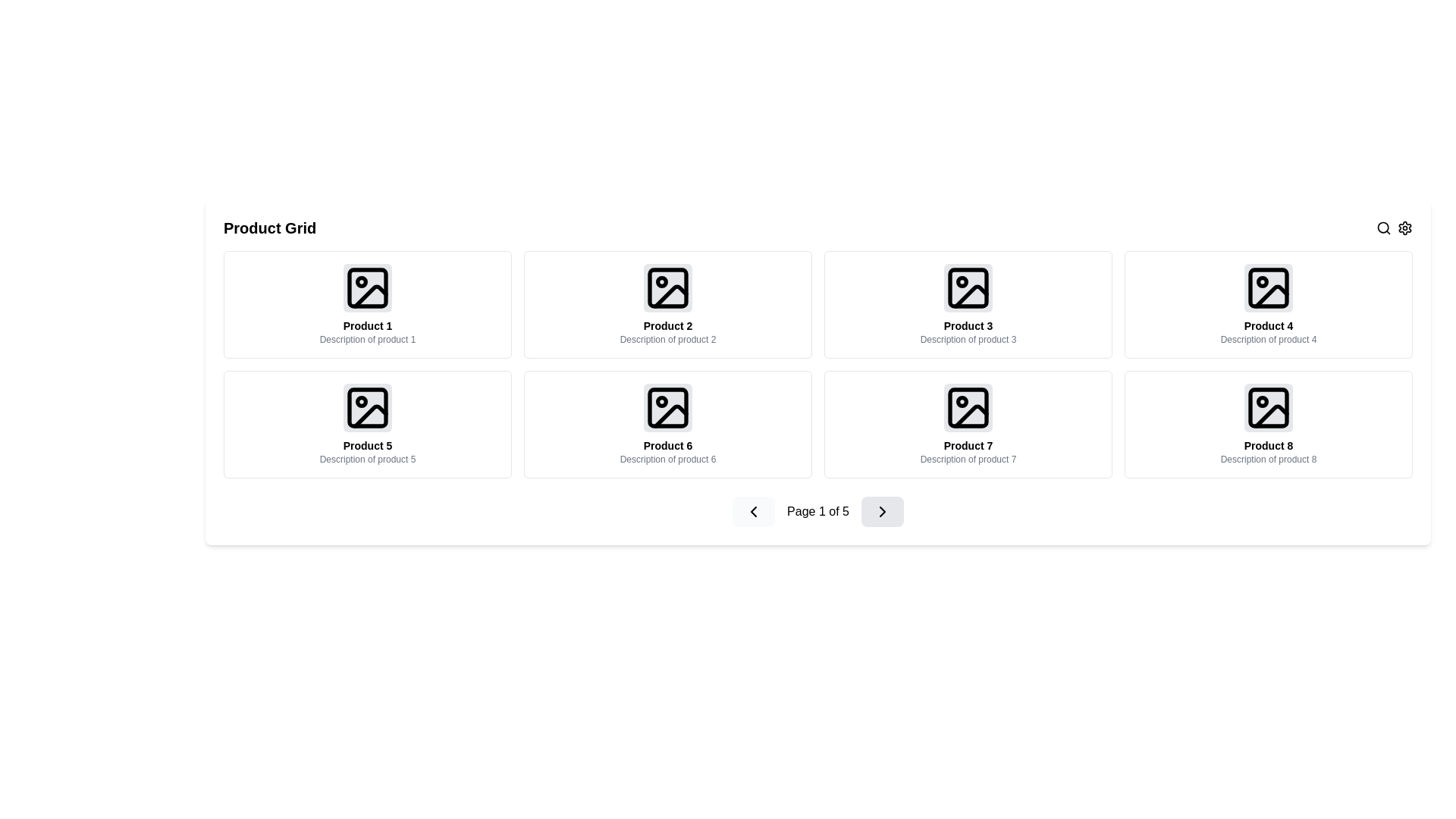 The image size is (1456, 819). Describe the element at coordinates (367, 288) in the screenshot. I see `the rounded rectangle SVG element associated with 'Product 1' in the product grid` at that location.